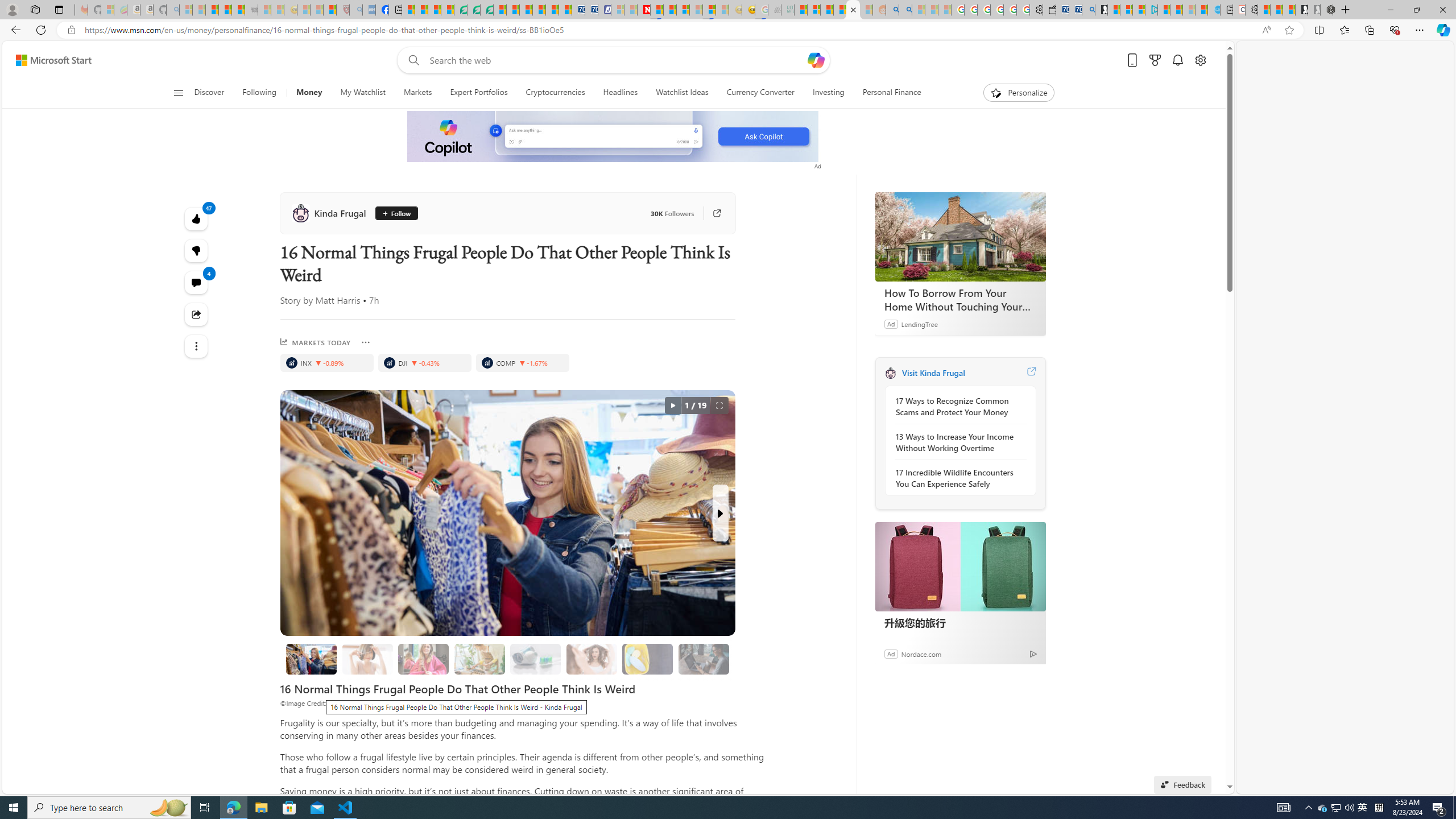 The width and height of the screenshot is (1456, 819). Describe the element at coordinates (196, 250) in the screenshot. I see `'47'` at that location.